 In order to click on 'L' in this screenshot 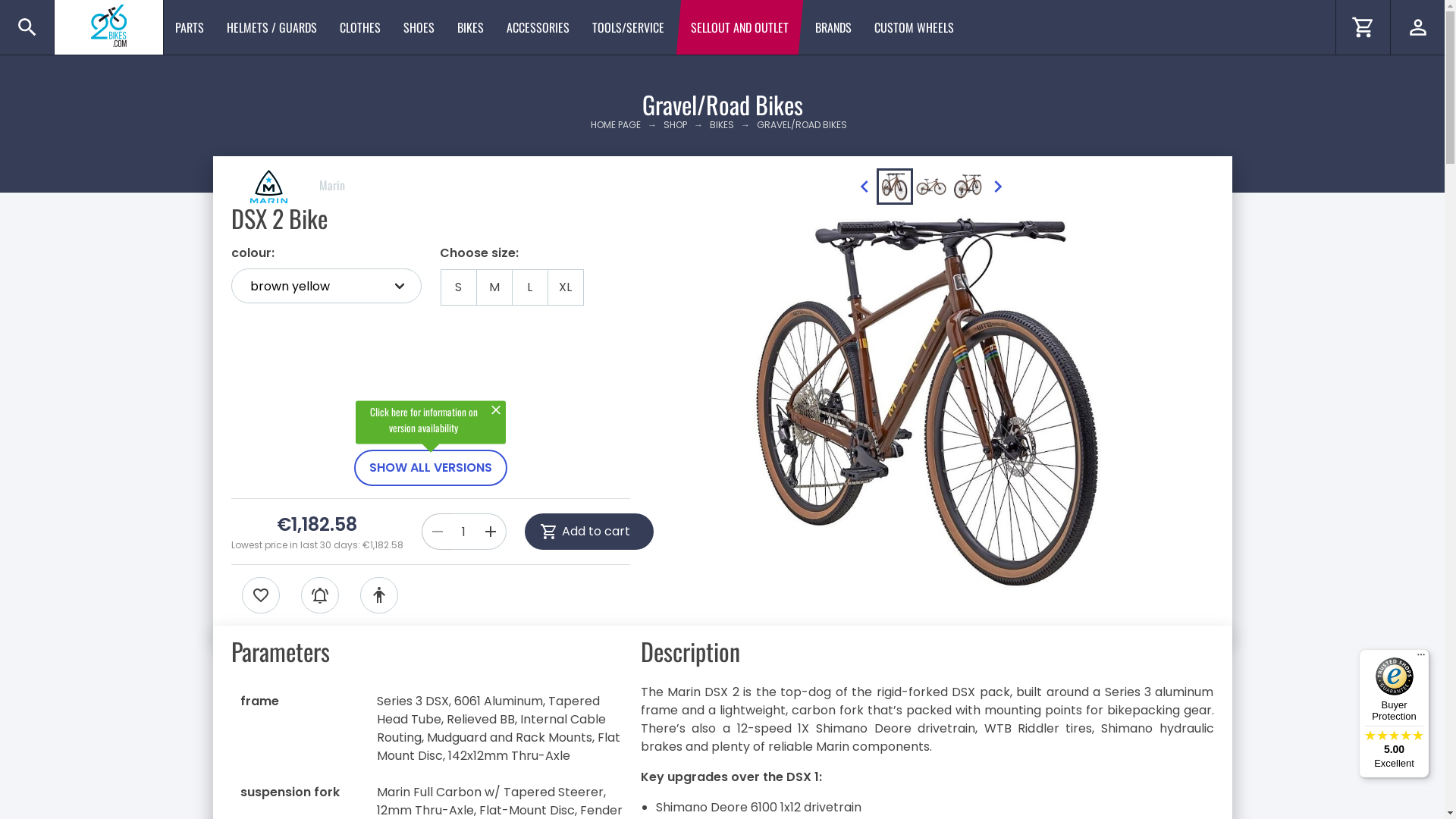, I will do `click(529, 287)`.